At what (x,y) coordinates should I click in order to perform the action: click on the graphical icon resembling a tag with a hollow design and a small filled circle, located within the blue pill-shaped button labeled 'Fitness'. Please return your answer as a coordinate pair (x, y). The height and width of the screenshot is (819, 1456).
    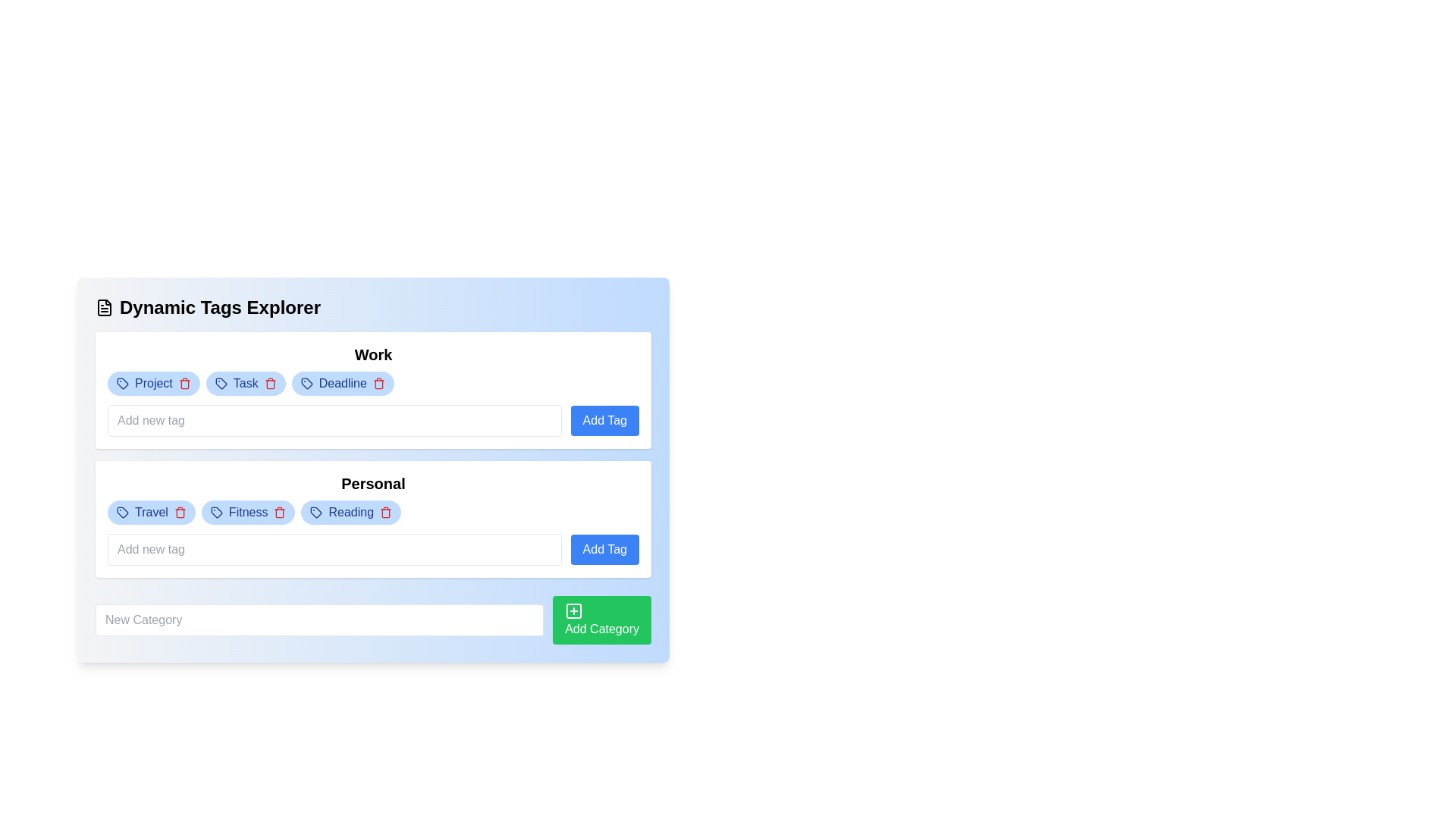
    Looking at the image, I should click on (215, 512).